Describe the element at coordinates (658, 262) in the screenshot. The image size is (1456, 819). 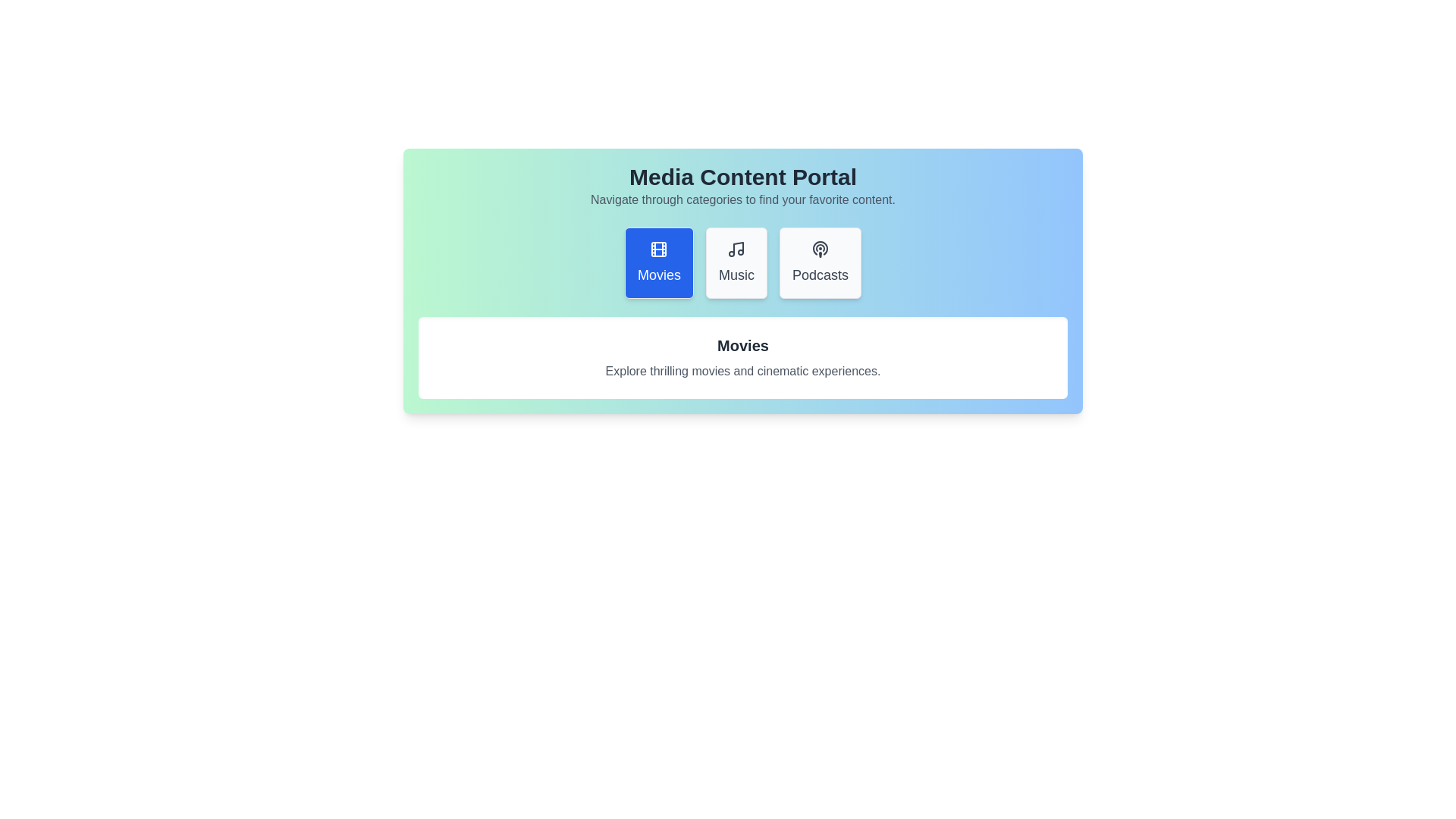
I see `the Movies tab by clicking on its button` at that location.